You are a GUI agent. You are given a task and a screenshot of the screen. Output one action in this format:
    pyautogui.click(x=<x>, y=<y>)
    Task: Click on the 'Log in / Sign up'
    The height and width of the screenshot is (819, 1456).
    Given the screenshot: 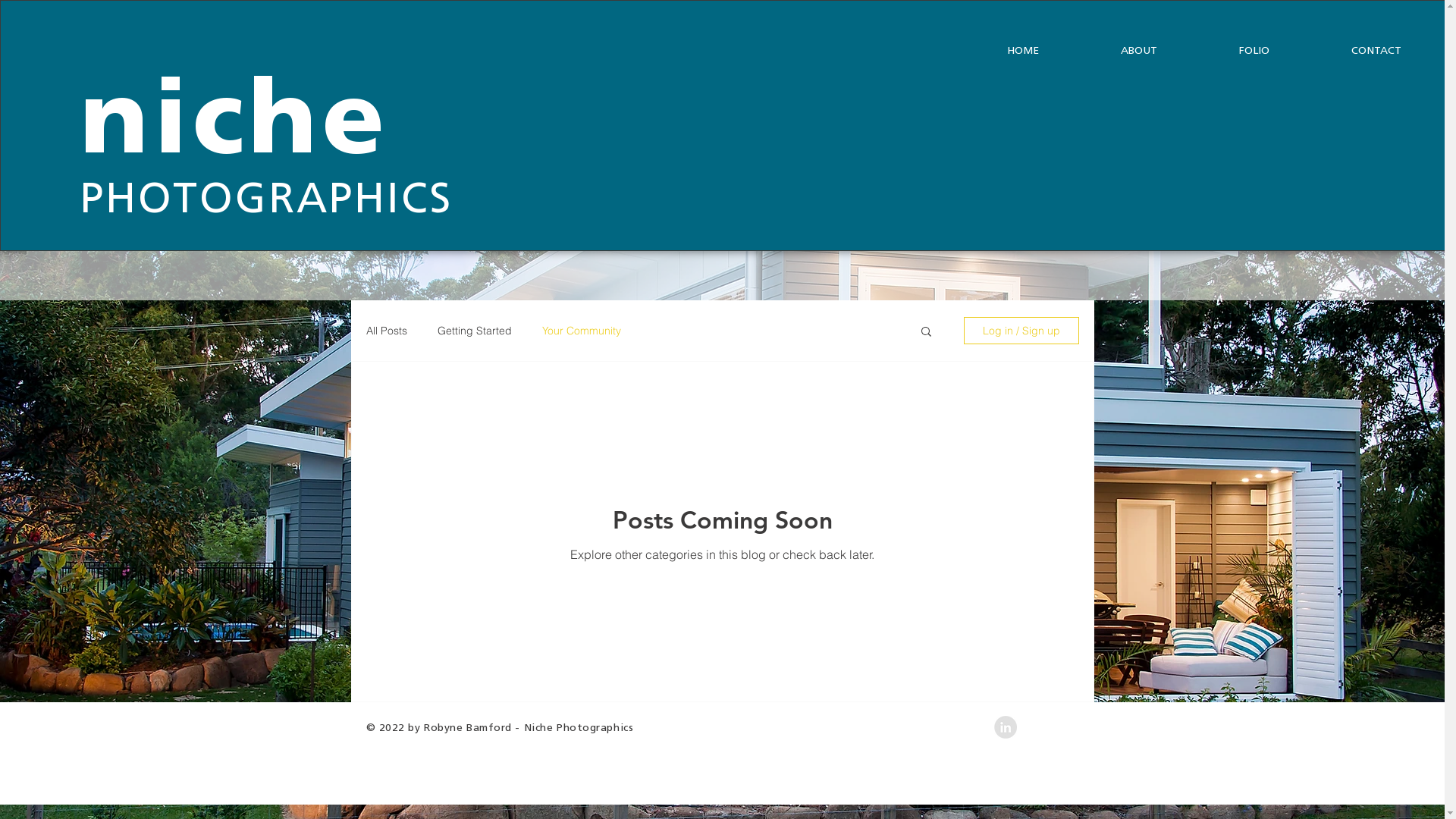 What is the action you would take?
    pyautogui.click(x=962, y=329)
    